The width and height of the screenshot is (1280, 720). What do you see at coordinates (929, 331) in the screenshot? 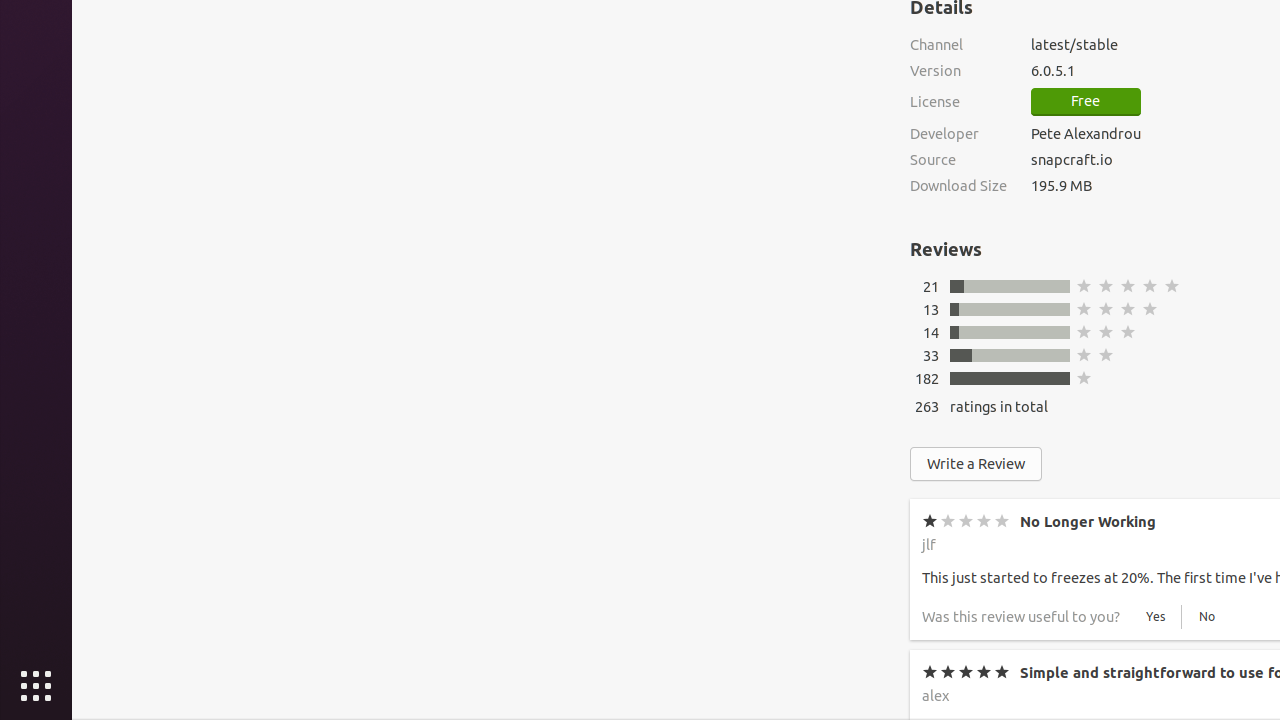
I see `'14'` at bounding box center [929, 331].